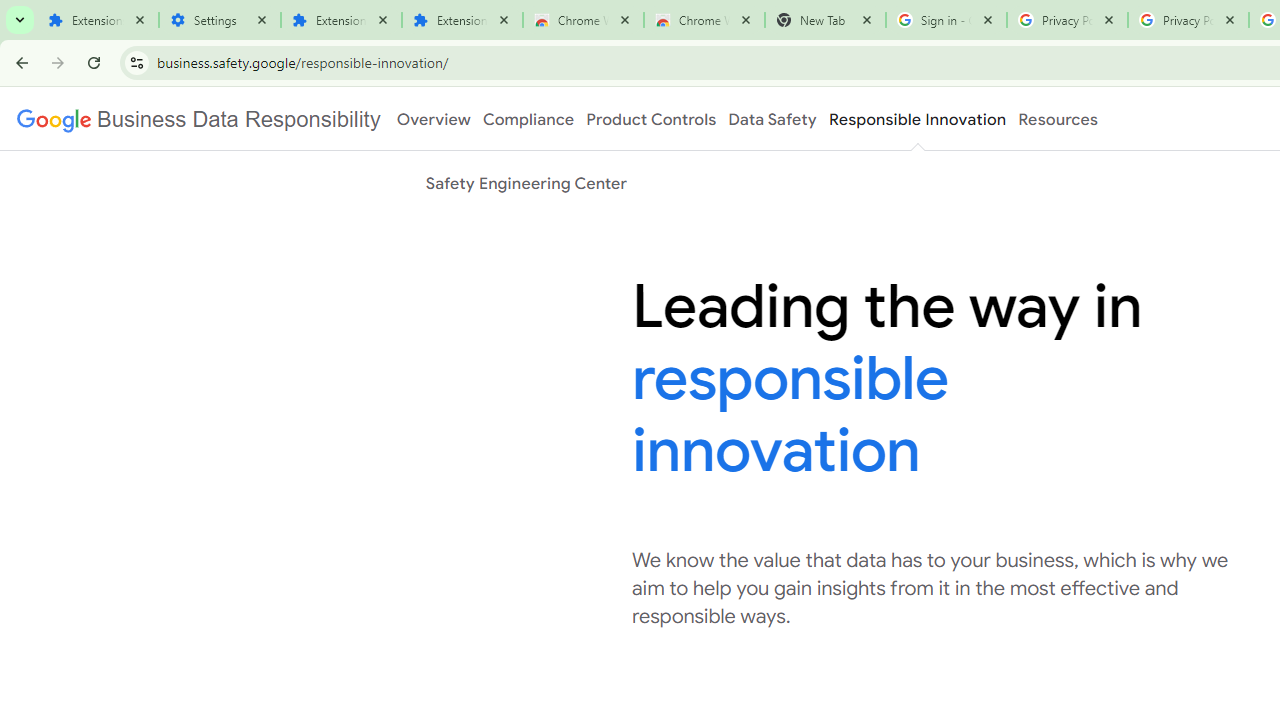 This screenshot has height=720, width=1280. Describe the element at coordinates (945, 20) in the screenshot. I see `'Sign in - Google Accounts'` at that location.